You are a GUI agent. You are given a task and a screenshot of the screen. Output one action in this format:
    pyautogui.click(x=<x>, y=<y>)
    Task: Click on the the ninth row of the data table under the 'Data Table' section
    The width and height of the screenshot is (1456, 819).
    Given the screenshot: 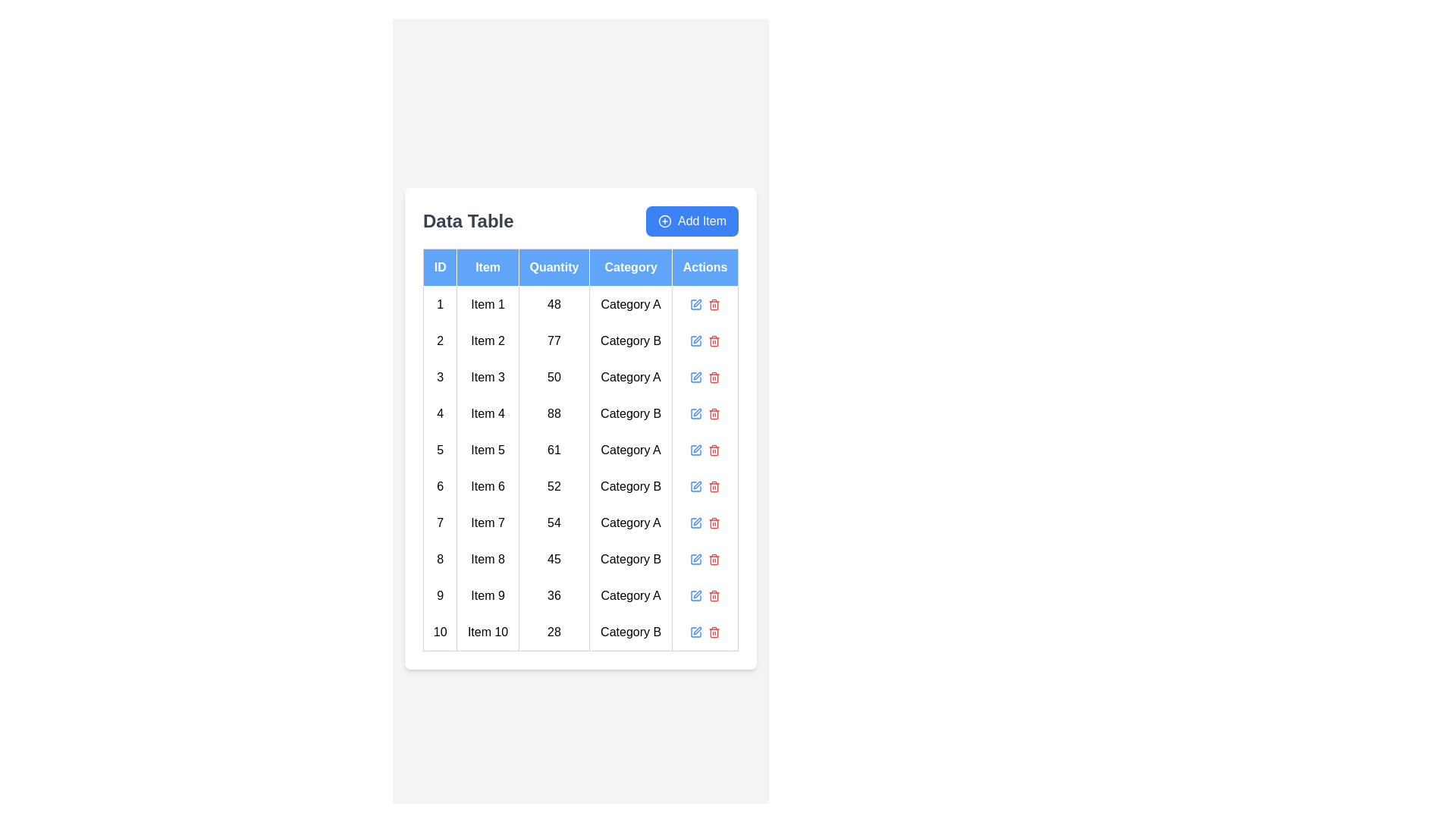 What is the action you would take?
    pyautogui.click(x=580, y=595)
    